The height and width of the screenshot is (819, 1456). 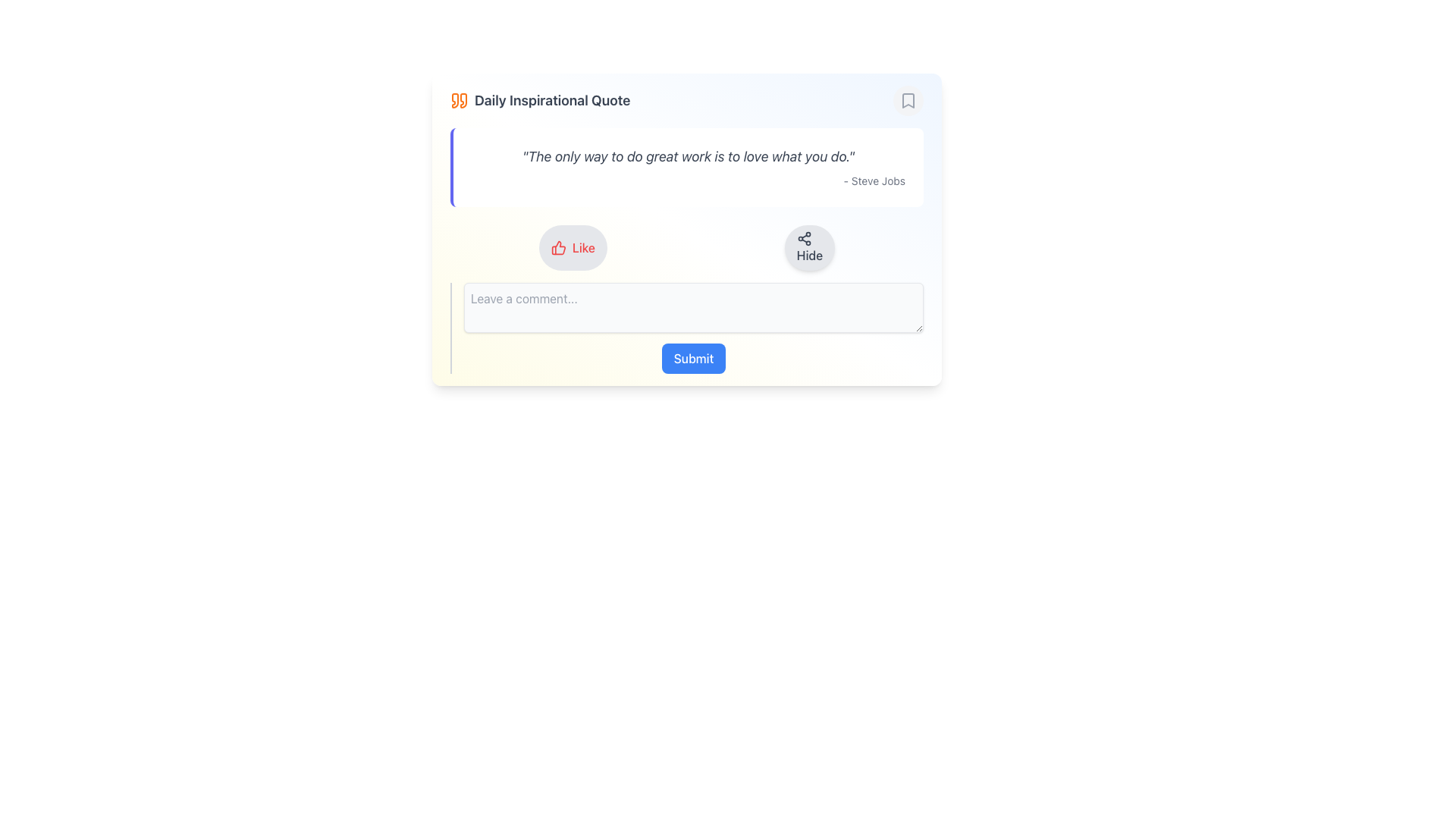 I want to click on the 'Hide' button, which has a rounded rectangle shape, gray background, and gray text, so click(x=808, y=247).